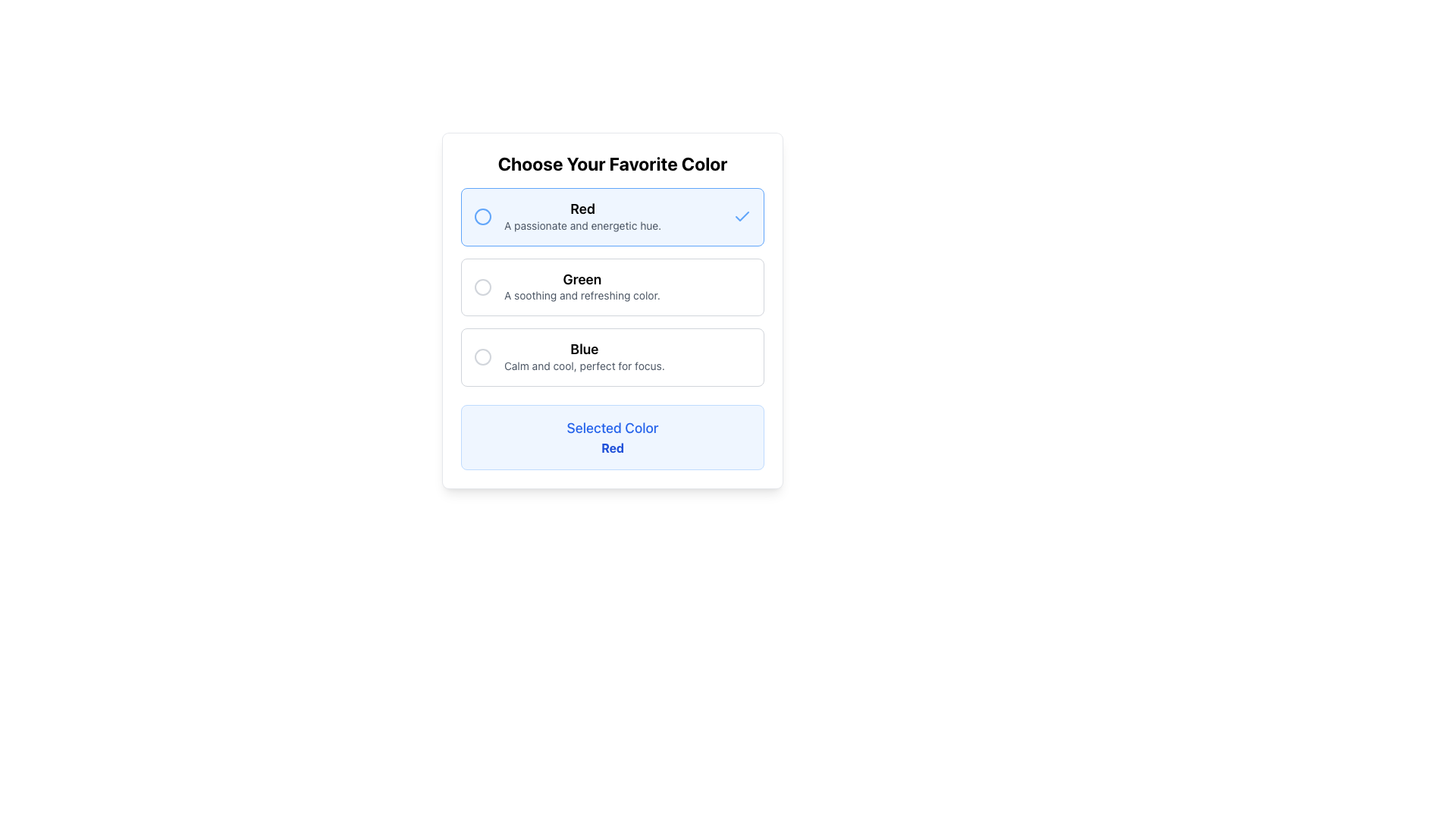 The width and height of the screenshot is (1456, 819). What do you see at coordinates (582, 209) in the screenshot?
I see `the text label displaying 'Red', which is in bold font and serves as the title of the first selection item in the color options panel` at bounding box center [582, 209].